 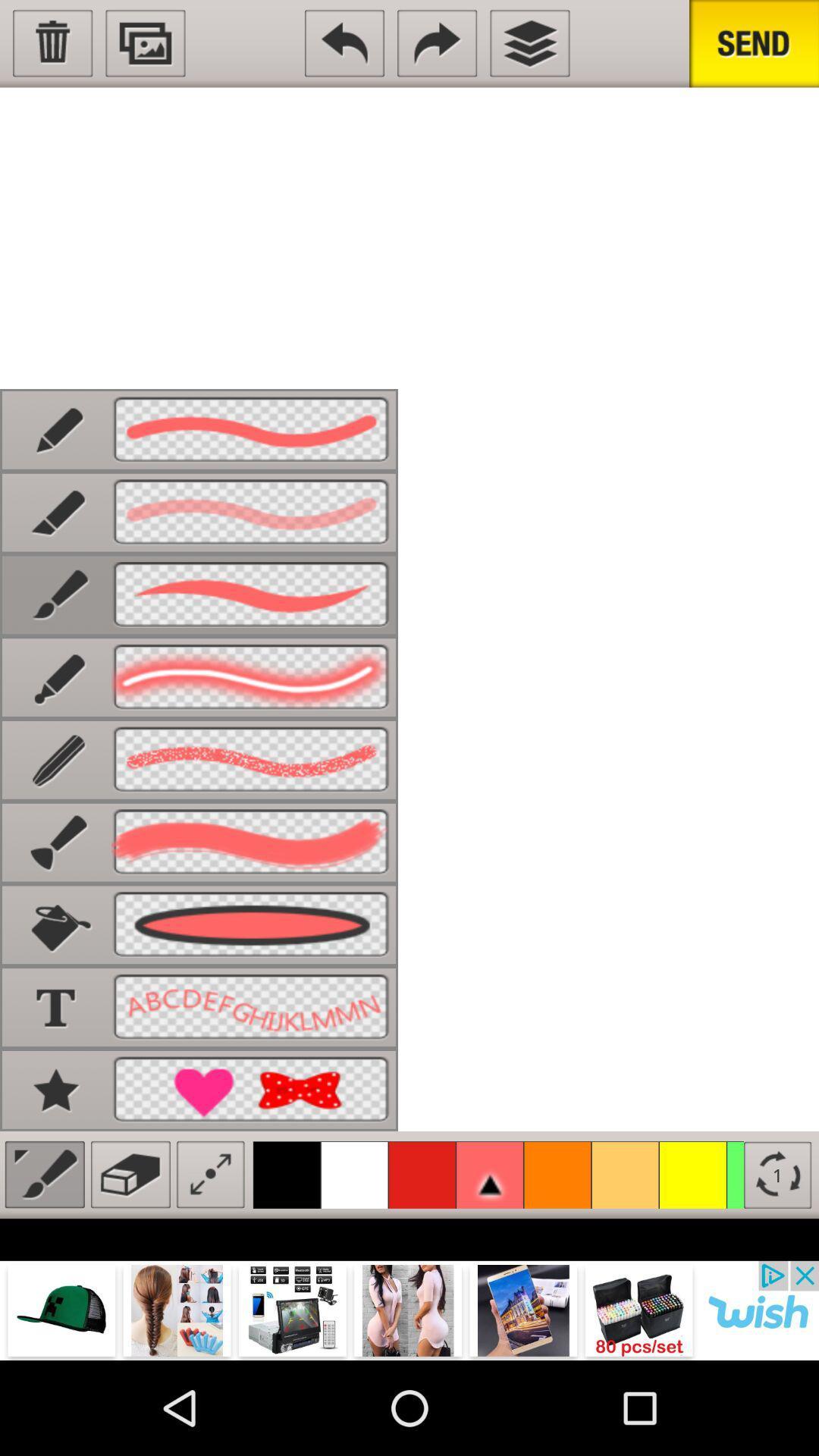 I want to click on tool options, so click(x=44, y=1174).